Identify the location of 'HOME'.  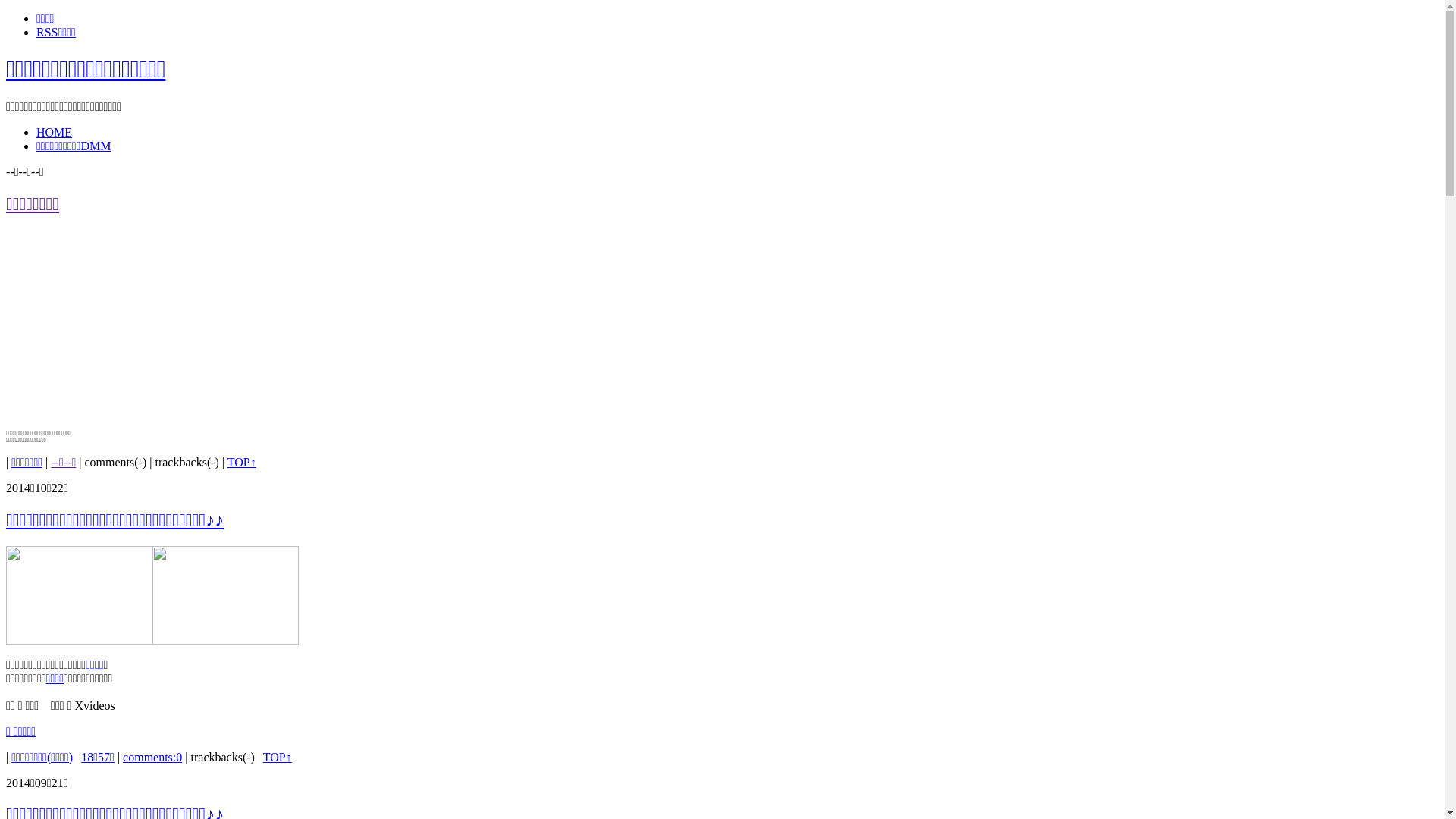
(54, 131).